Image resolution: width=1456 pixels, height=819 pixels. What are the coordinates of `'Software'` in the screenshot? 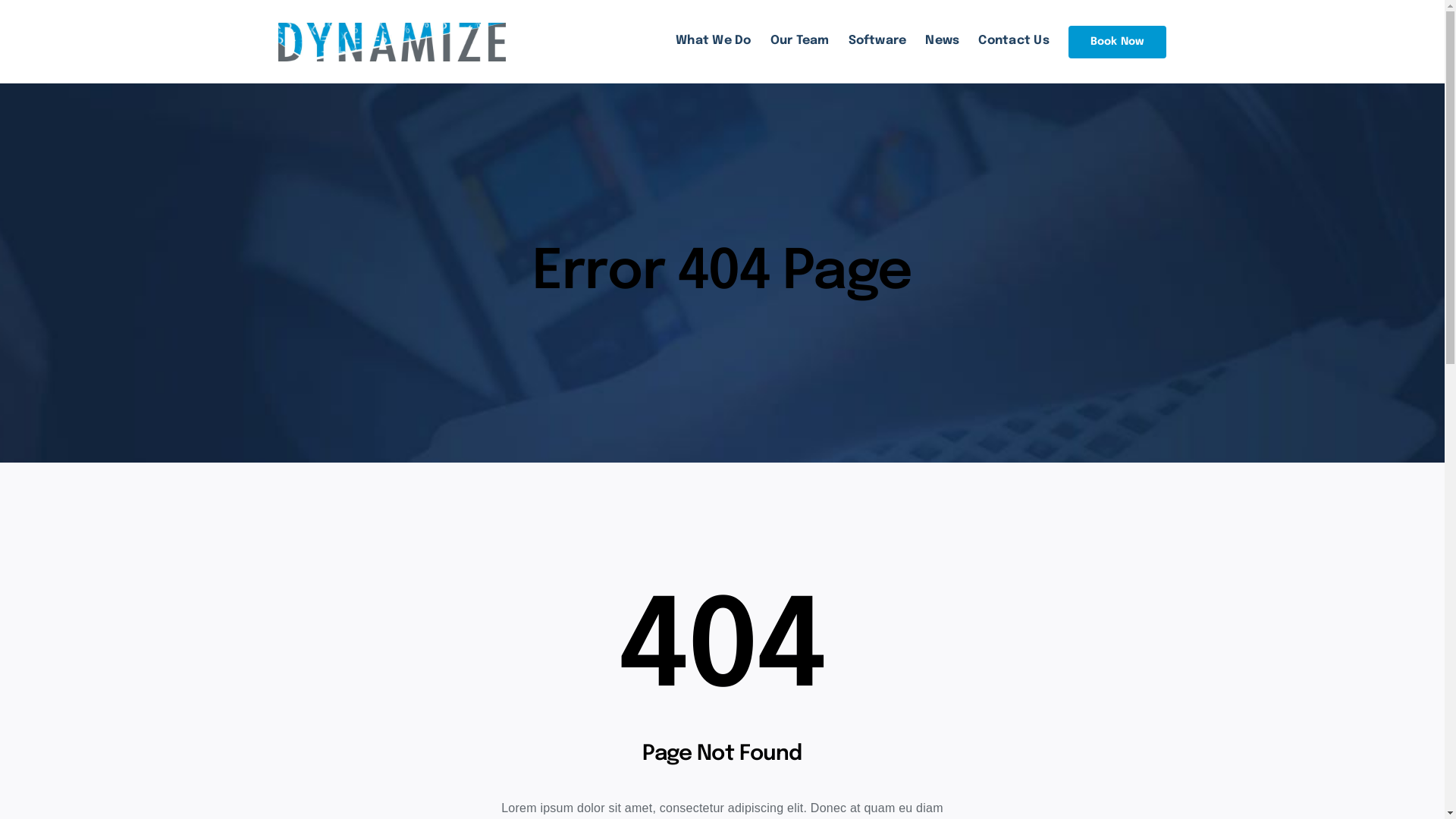 It's located at (877, 40).